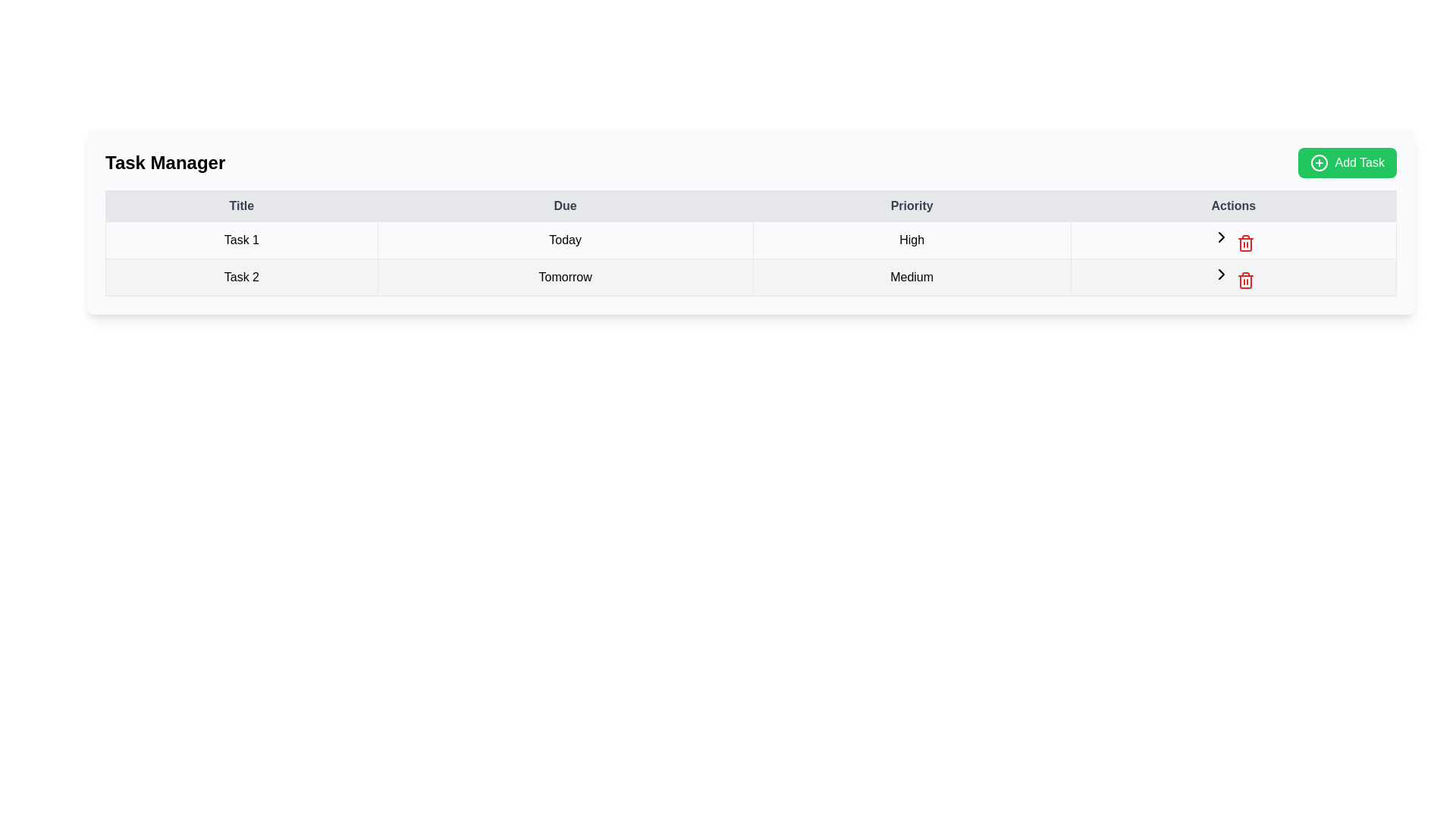  What do you see at coordinates (165, 163) in the screenshot?
I see `the 'Task Manager' text label, which is a bold, large font label located in the upper-left section of the interface` at bounding box center [165, 163].